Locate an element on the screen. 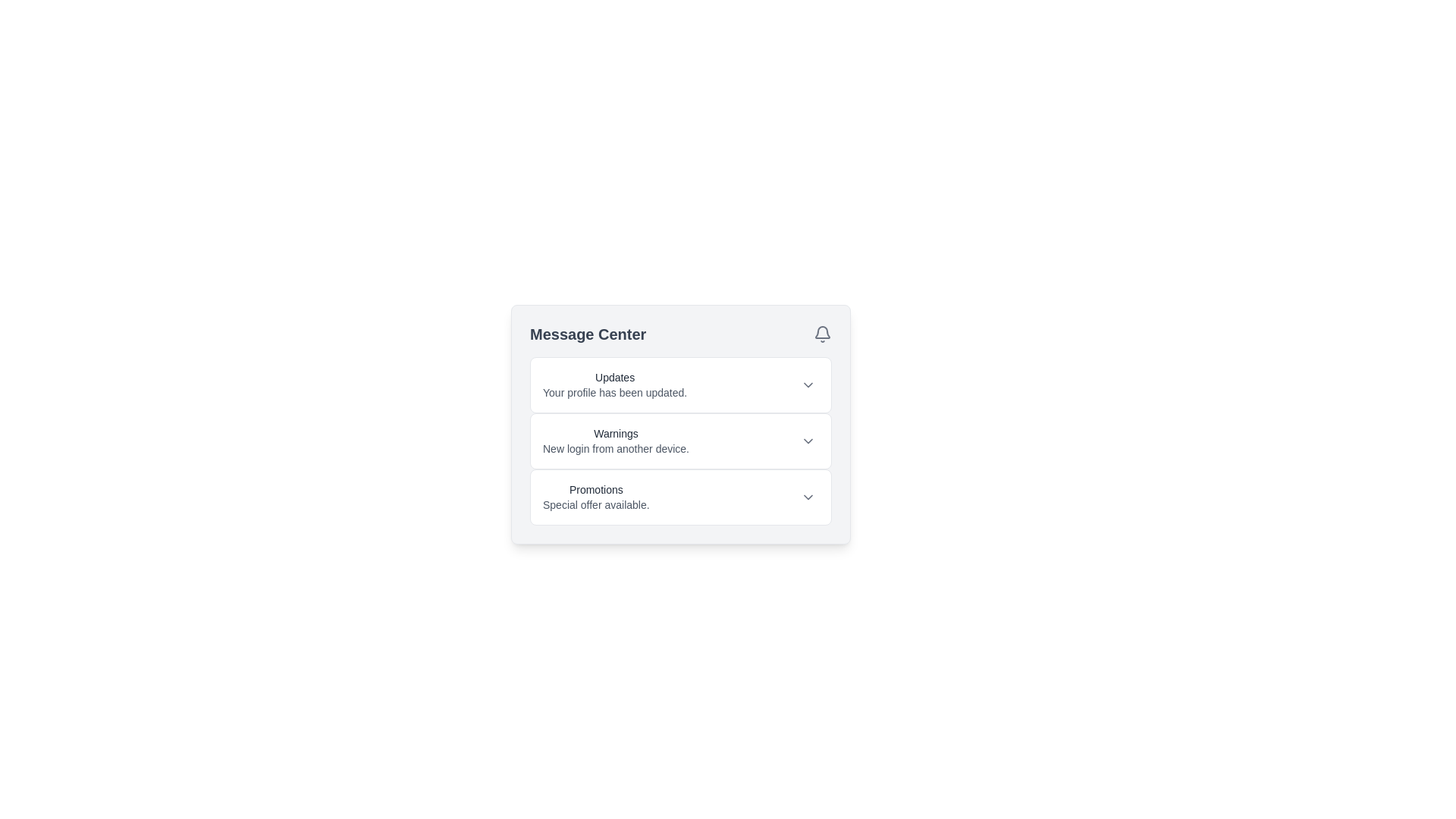 The width and height of the screenshot is (1456, 819). the 'Warnings' notification item in the Message Center, which contains the message 'New login from another device.' is located at coordinates (679, 441).